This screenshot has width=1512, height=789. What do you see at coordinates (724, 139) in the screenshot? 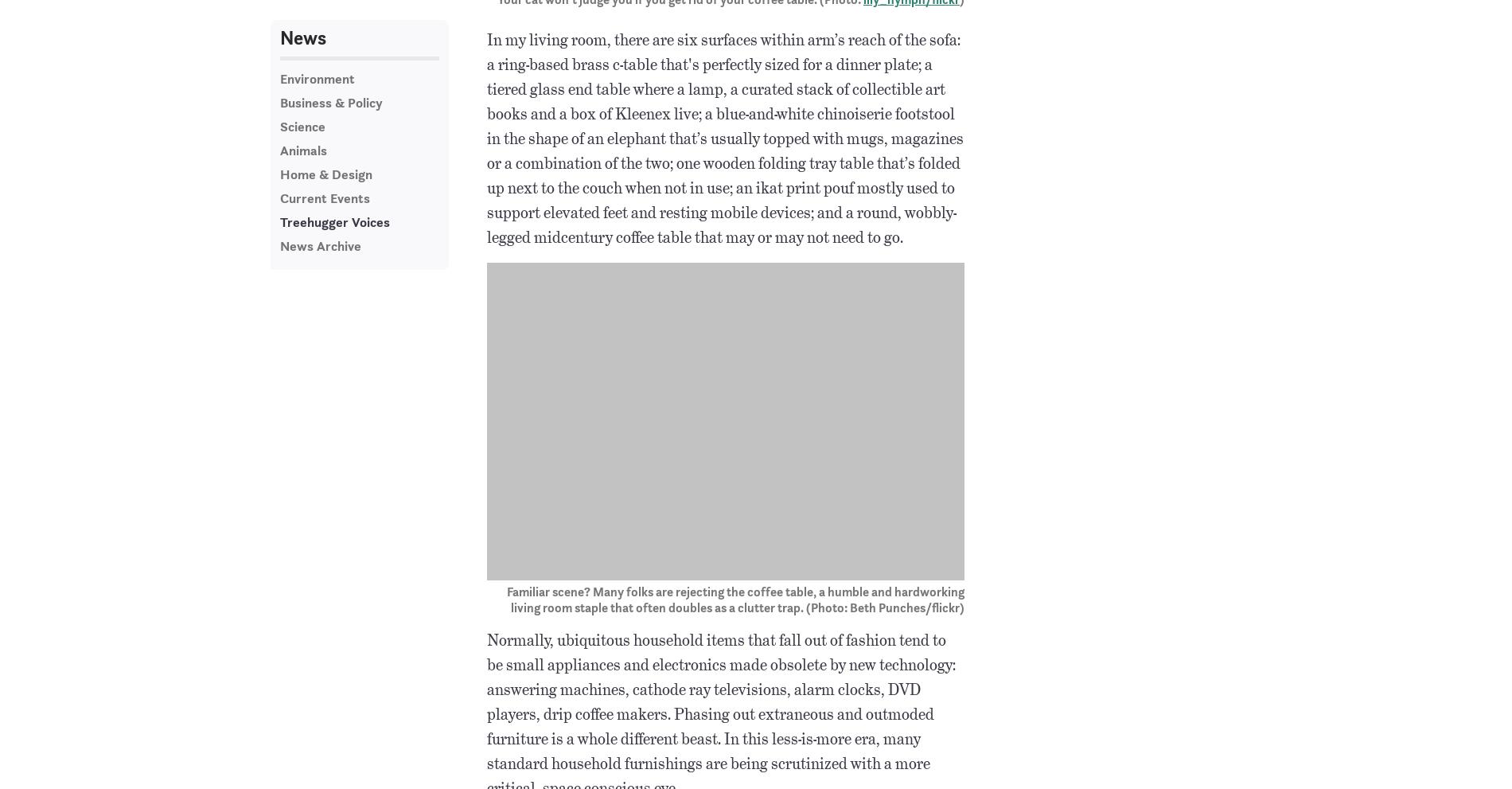
I see `'In my living room, there are six surfaces within arm’s reach of the sofa: a ring-based brass c-table that's perfectly sized for a dinner plate; a tiered glass end table where a lamp, a curated stack of collectible art books and a box of Kleenex live; a blue-and-white chinoiserie footstool in the shape of an elephant that’s usually topped with mugs, magazines or a combination of the two; one wooden folding tray table that’s folded up next to the couch when not in use; an ikat print pouf mostly used to support elevated feet and resting mobile devices; and a round, wobbly-legged midcentury coffee table that may or may not need to go.'` at bounding box center [724, 139].